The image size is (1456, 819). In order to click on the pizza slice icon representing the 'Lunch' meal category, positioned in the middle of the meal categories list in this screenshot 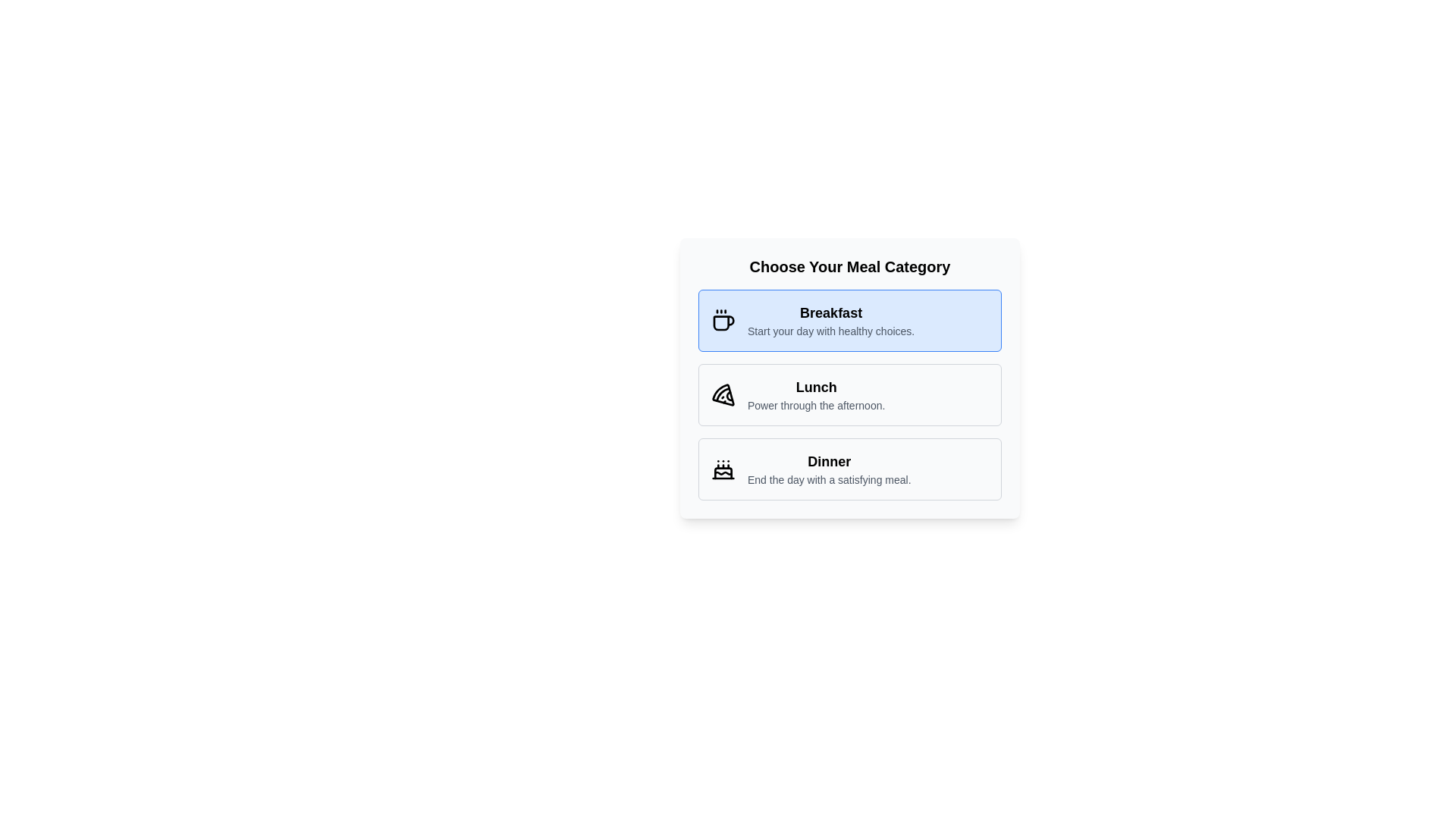, I will do `click(723, 394)`.